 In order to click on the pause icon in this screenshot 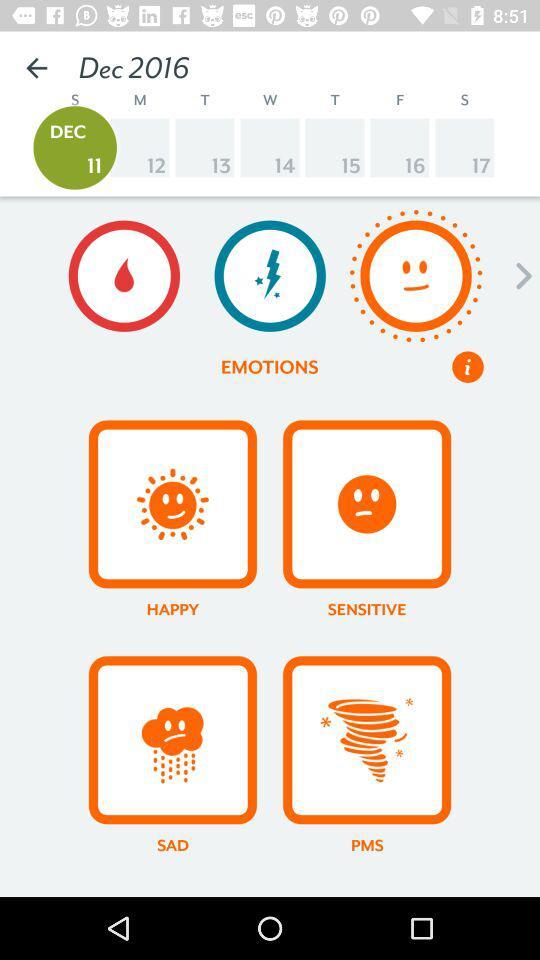, I will do `click(468, 366)`.